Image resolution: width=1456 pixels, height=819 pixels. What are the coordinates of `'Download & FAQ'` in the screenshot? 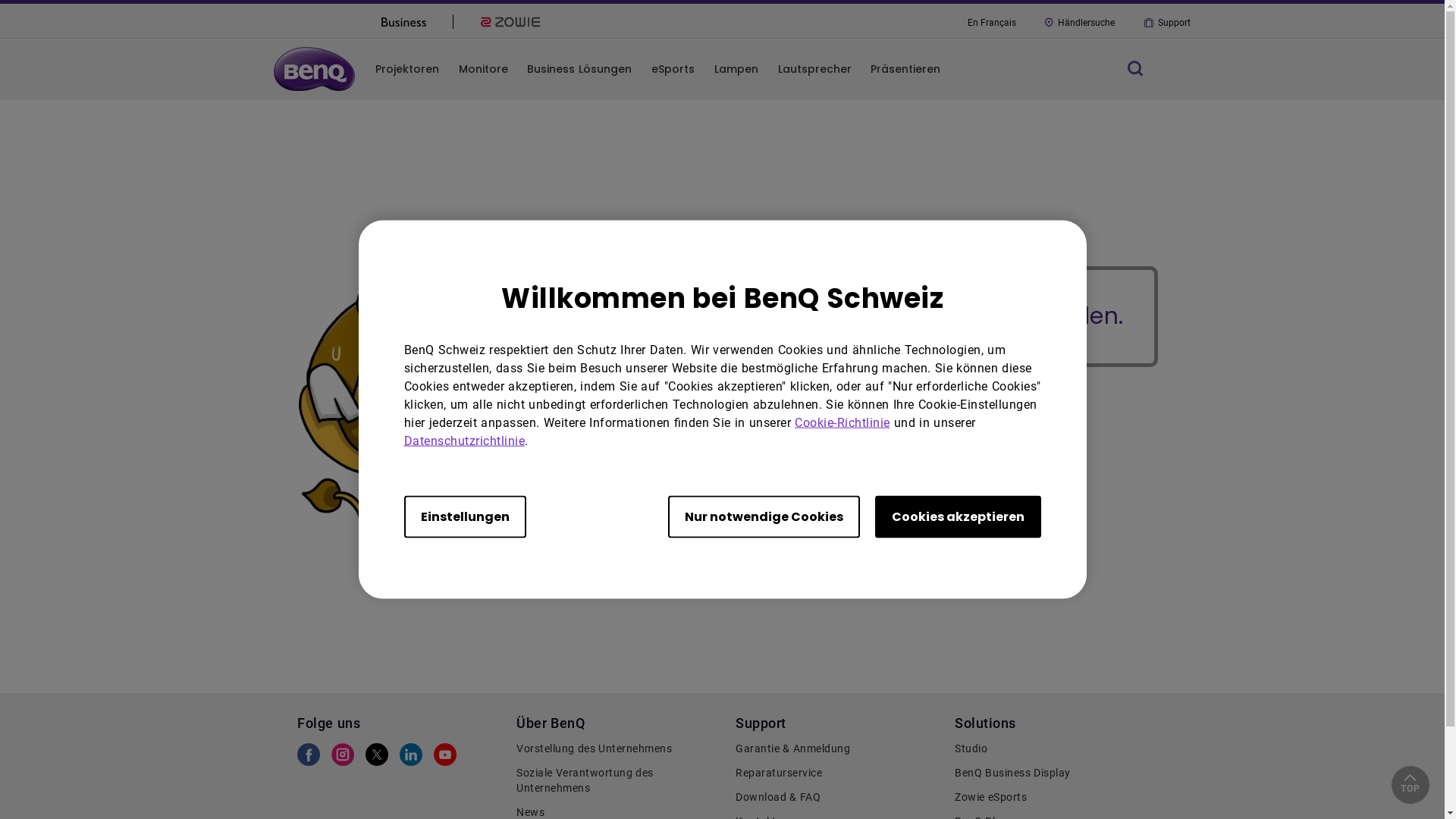 It's located at (836, 797).